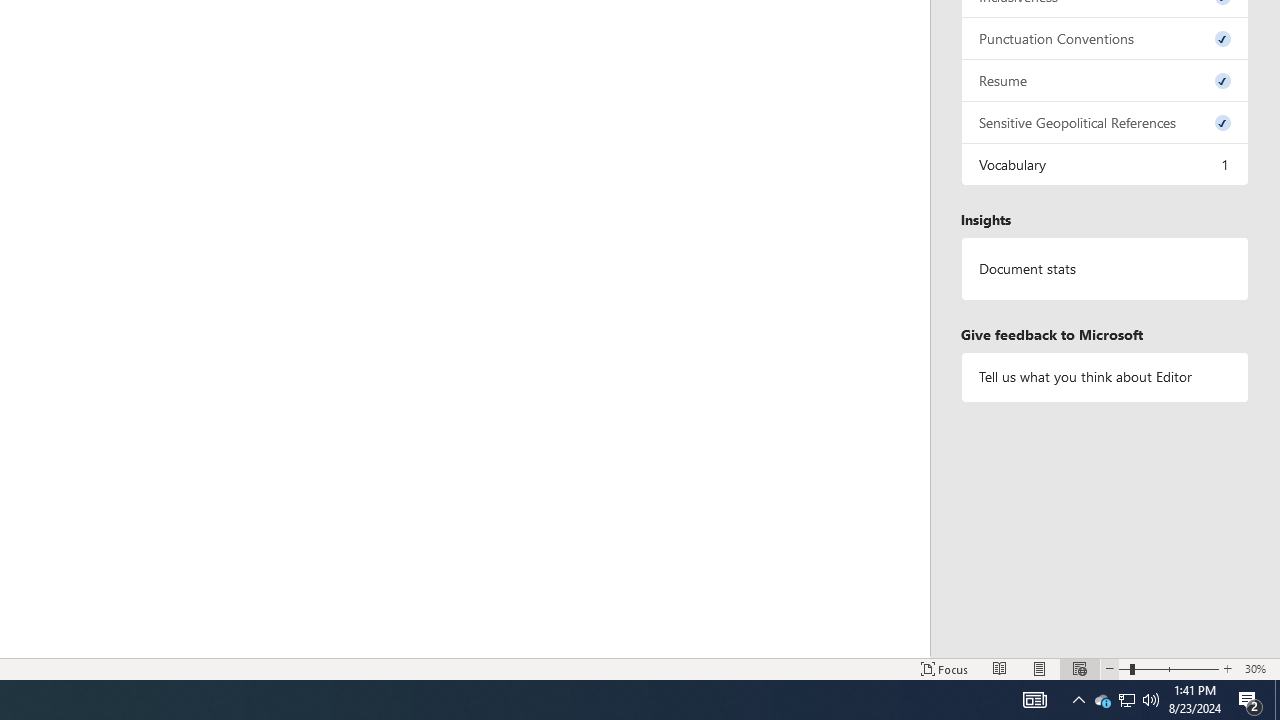  What do you see at coordinates (1104, 377) in the screenshot?
I see `'Tell us what you think about Editor'` at bounding box center [1104, 377].